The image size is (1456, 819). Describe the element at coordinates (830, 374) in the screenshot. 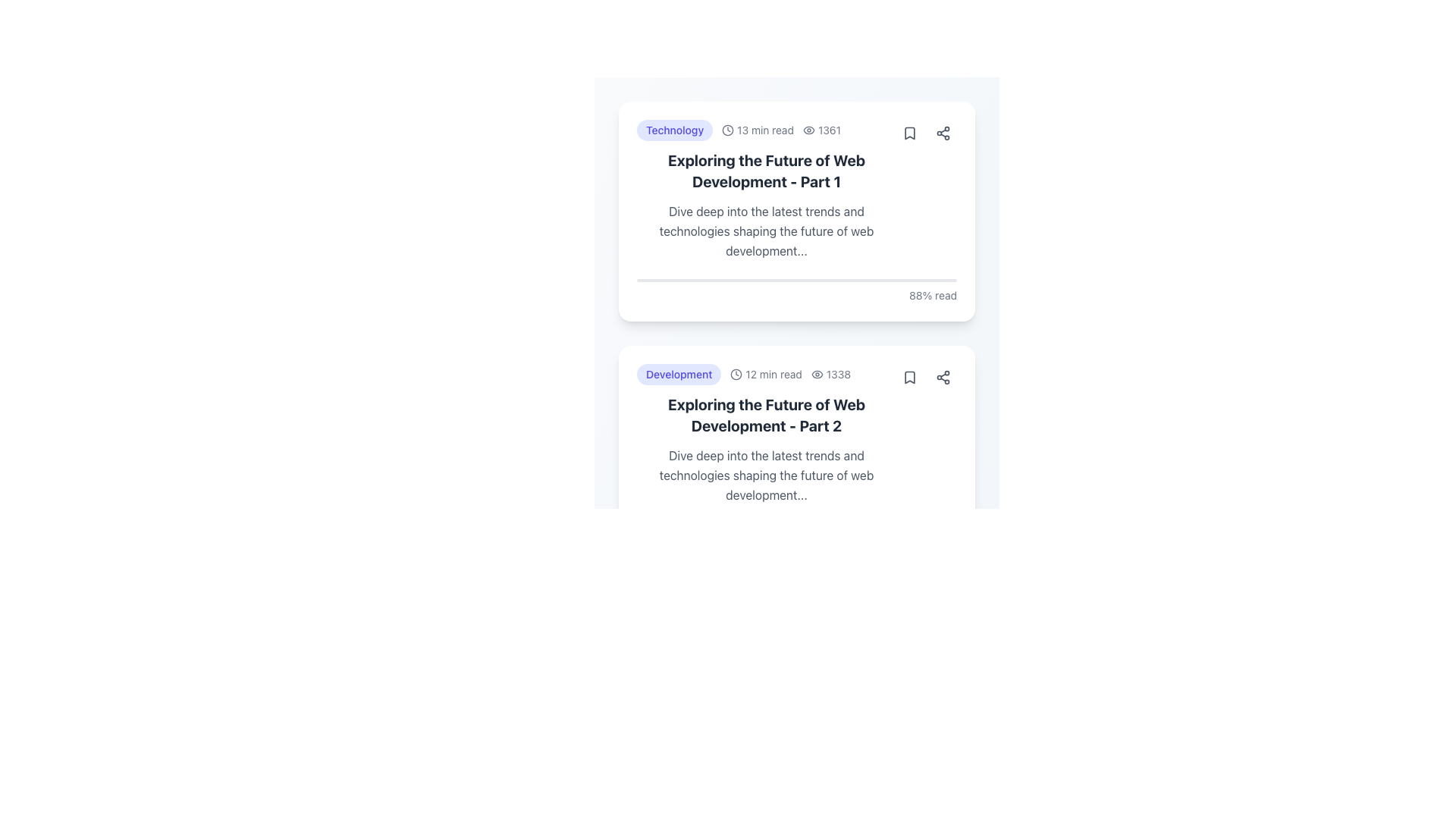

I see `the text label displaying the view count located to the right of the eye icon in the second content card` at that location.